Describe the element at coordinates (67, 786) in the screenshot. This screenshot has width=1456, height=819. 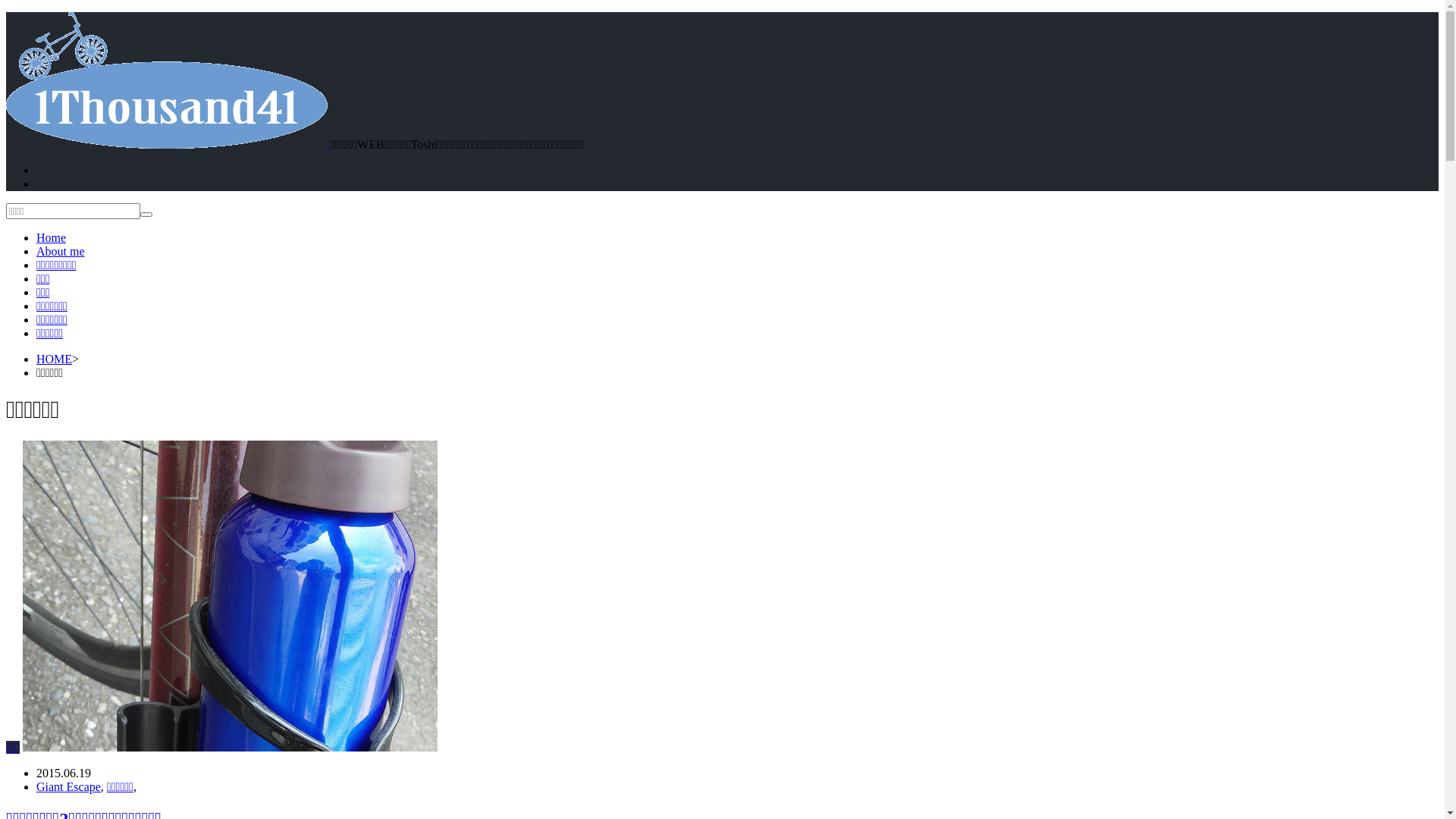
I see `'Giant Escape'` at that location.